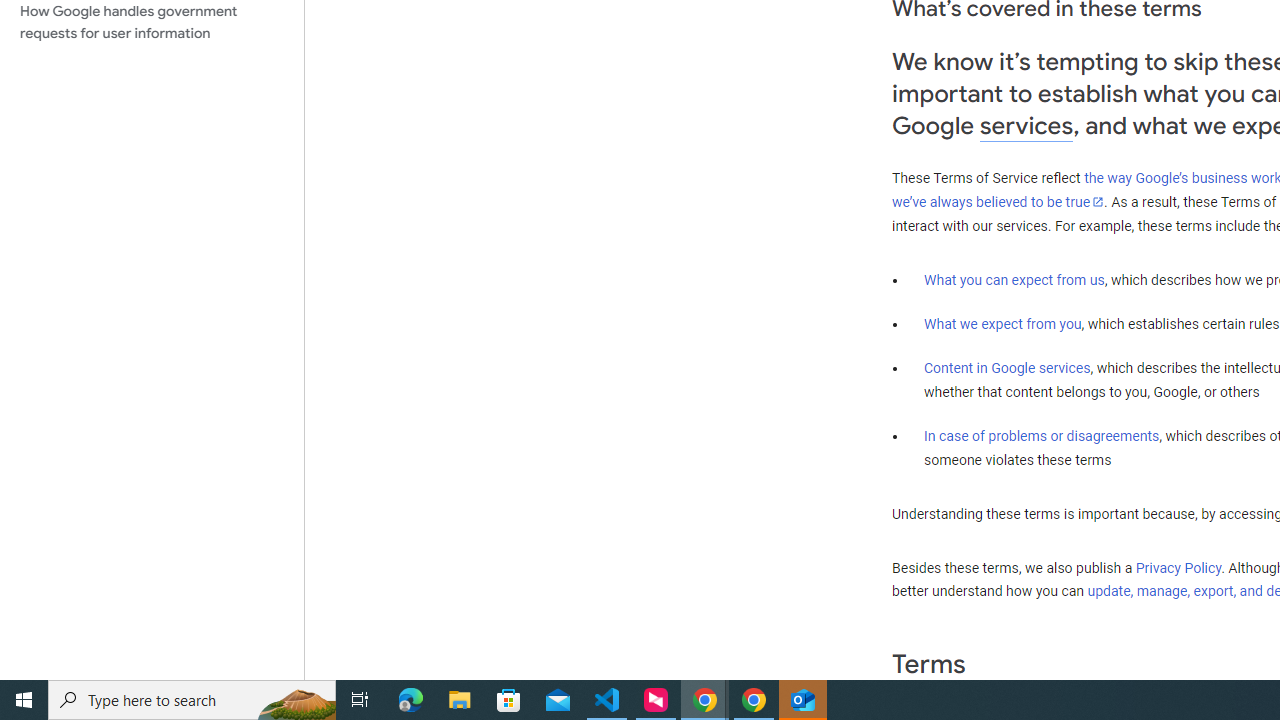 The height and width of the screenshot is (720, 1280). I want to click on 'Privacy Policy', so click(1178, 567).